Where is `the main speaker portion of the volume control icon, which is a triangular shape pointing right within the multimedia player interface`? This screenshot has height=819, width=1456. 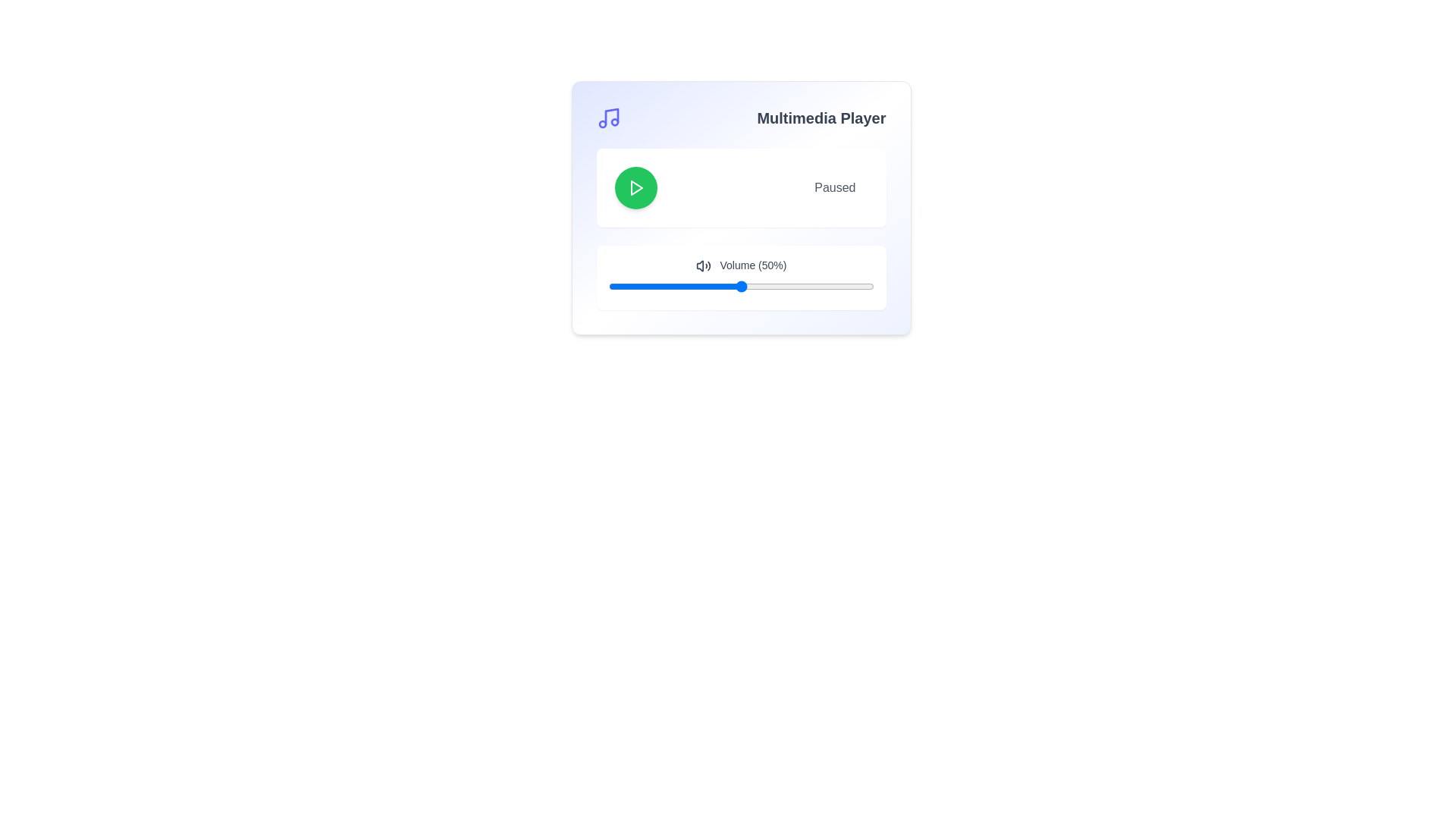
the main speaker portion of the volume control icon, which is a triangular shape pointing right within the multimedia player interface is located at coordinates (698, 265).